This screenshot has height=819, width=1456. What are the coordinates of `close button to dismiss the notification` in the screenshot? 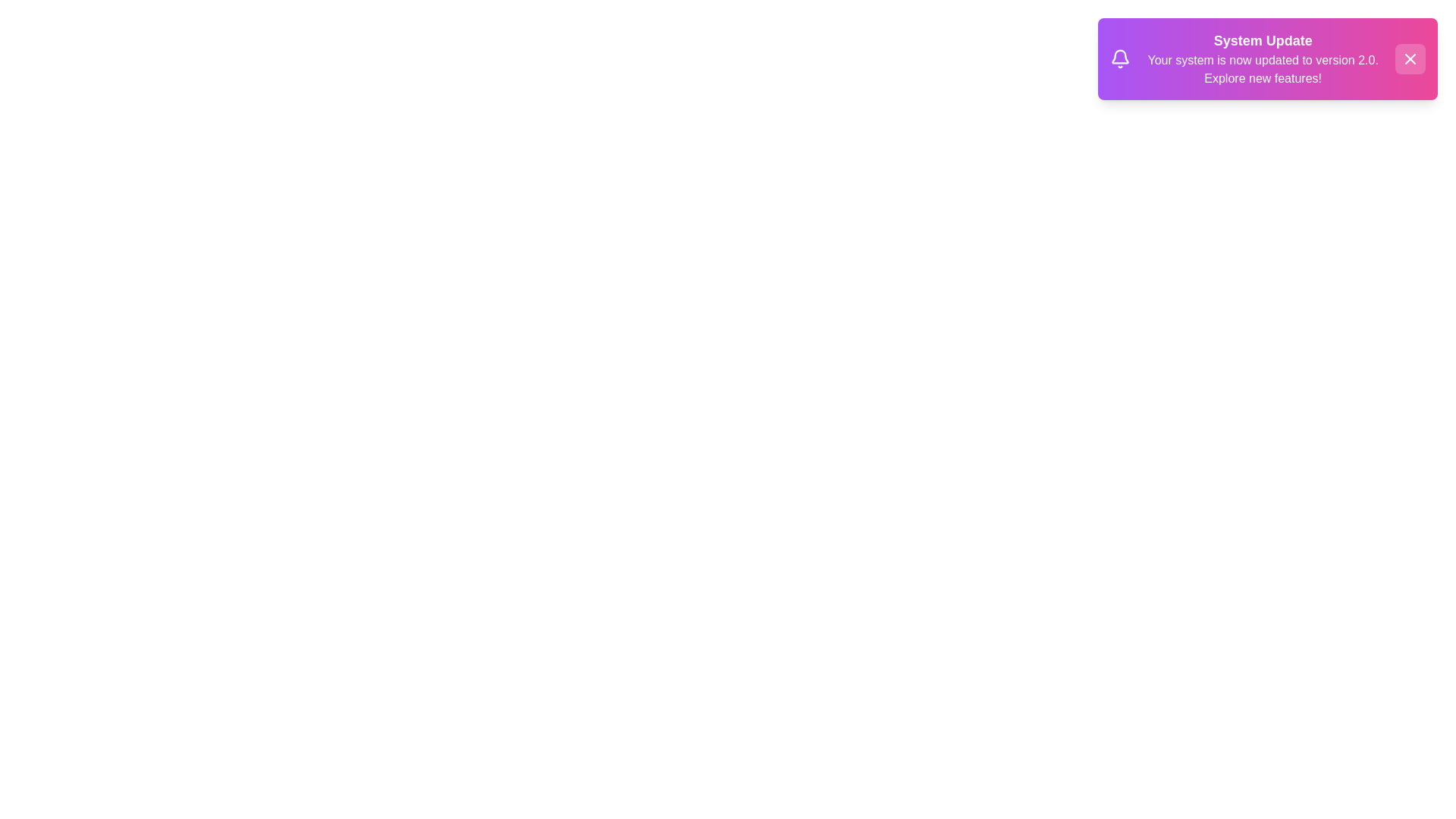 It's located at (1410, 58).